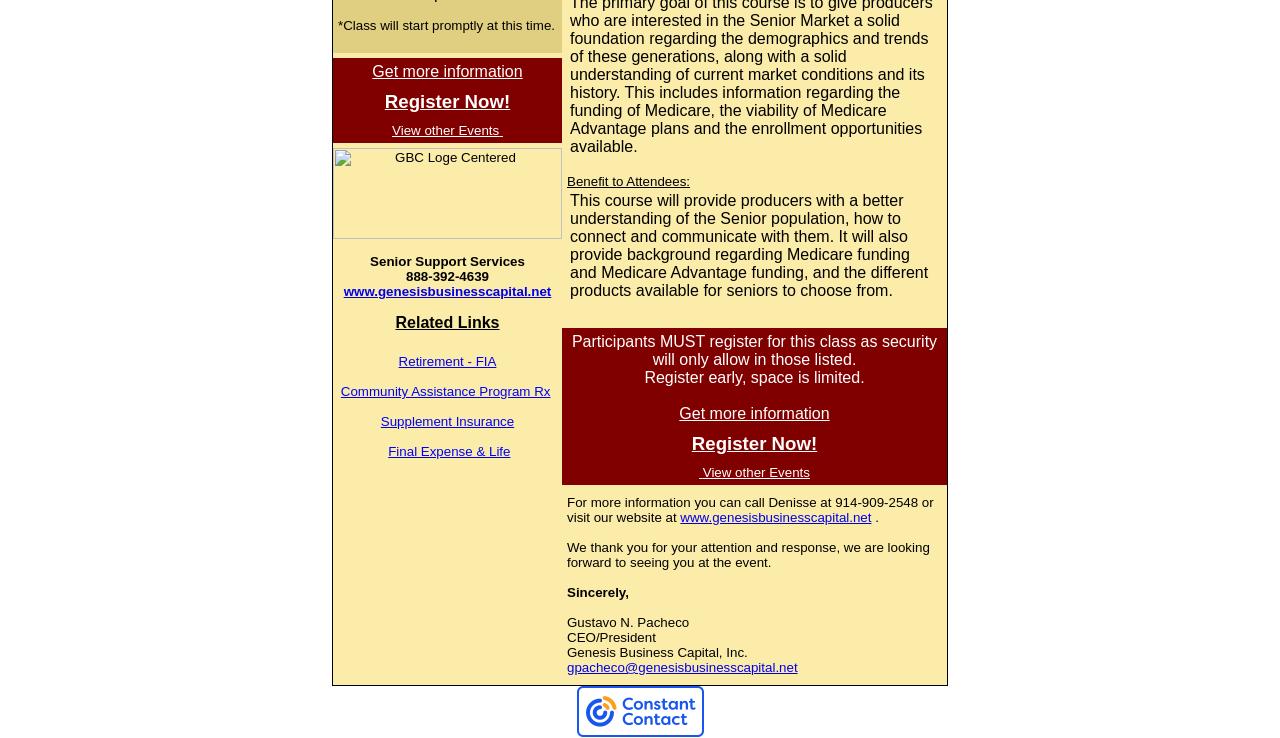  What do you see at coordinates (395, 321) in the screenshot?
I see `'Related Links'` at bounding box center [395, 321].